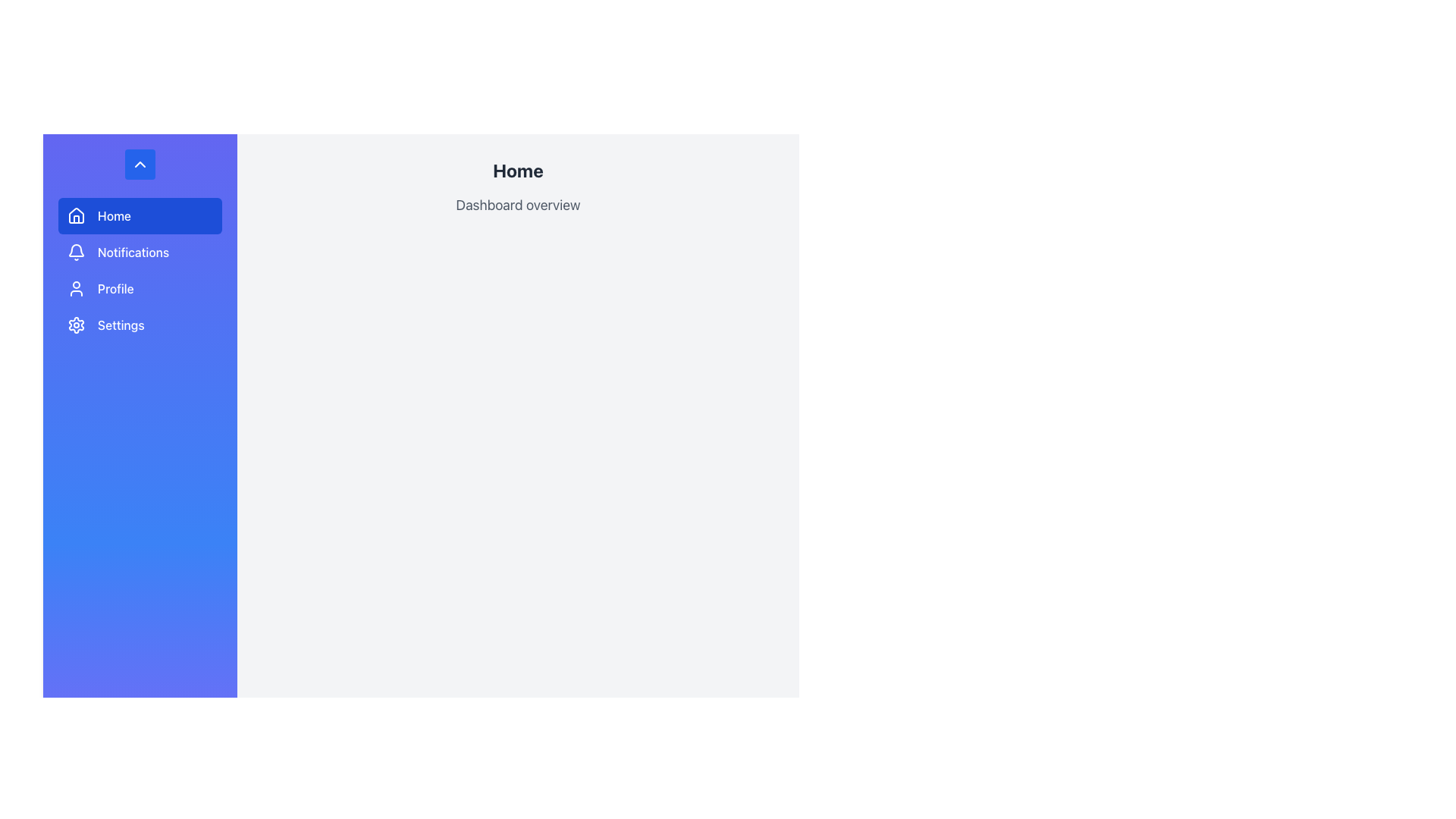 This screenshot has width=1456, height=819. What do you see at coordinates (140, 270) in the screenshot?
I see `the second Navigation Menu Item in the sidebar` at bounding box center [140, 270].